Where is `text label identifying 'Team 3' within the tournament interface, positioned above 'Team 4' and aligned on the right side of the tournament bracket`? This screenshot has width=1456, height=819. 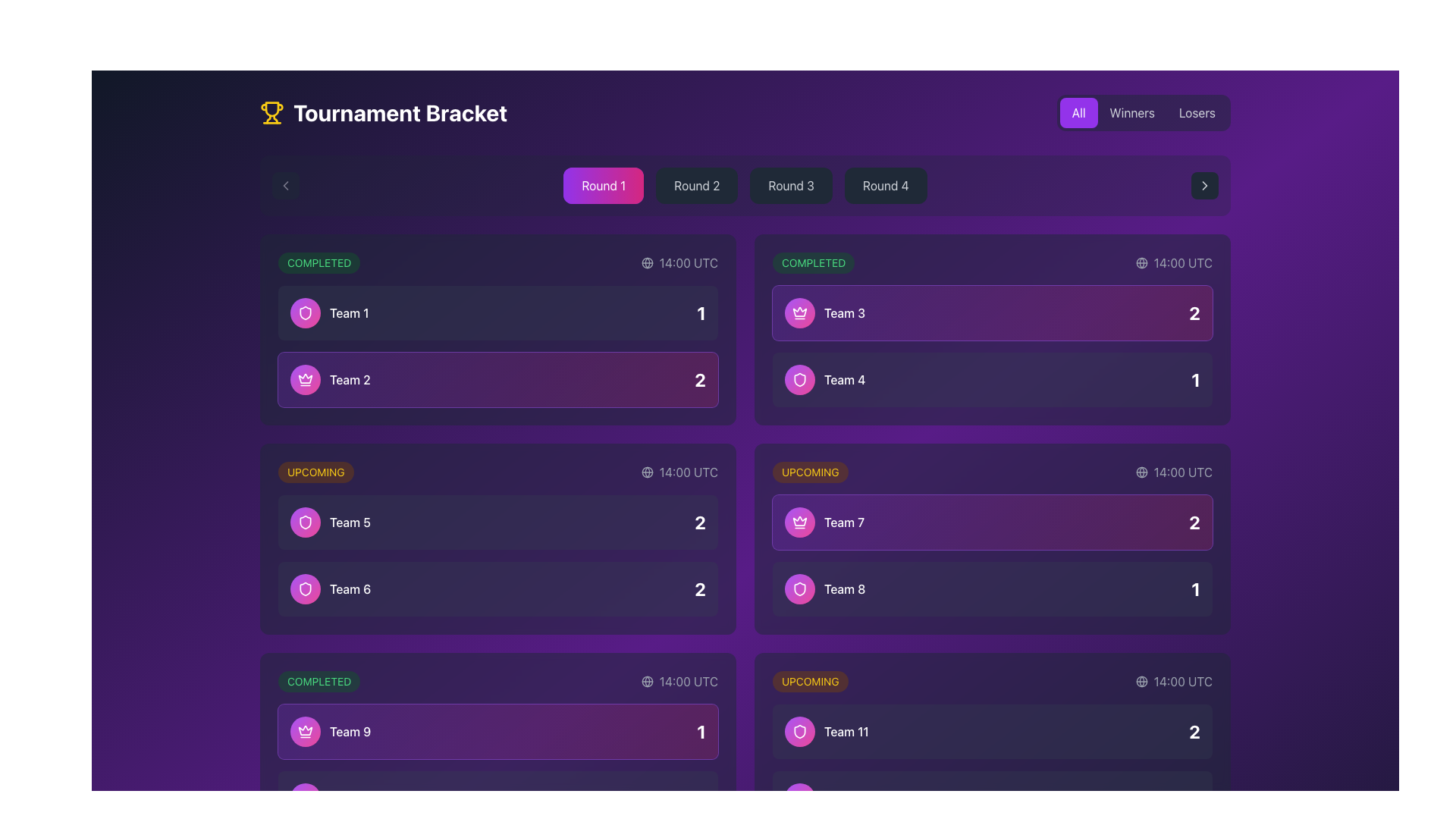
text label identifying 'Team 3' within the tournament interface, positioned above 'Team 4' and aligned on the right side of the tournament bracket is located at coordinates (843, 312).